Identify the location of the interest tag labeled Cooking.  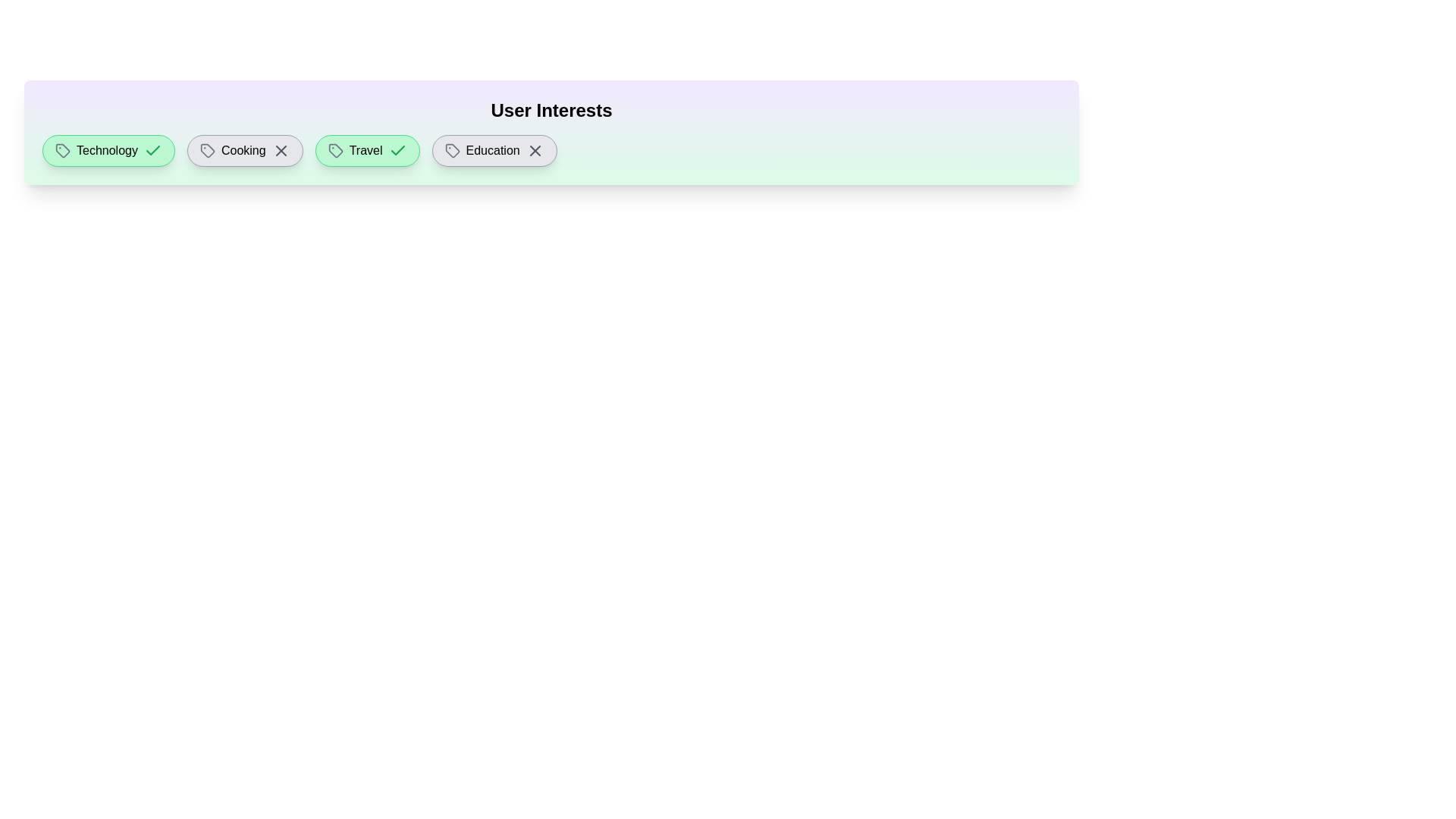
(244, 151).